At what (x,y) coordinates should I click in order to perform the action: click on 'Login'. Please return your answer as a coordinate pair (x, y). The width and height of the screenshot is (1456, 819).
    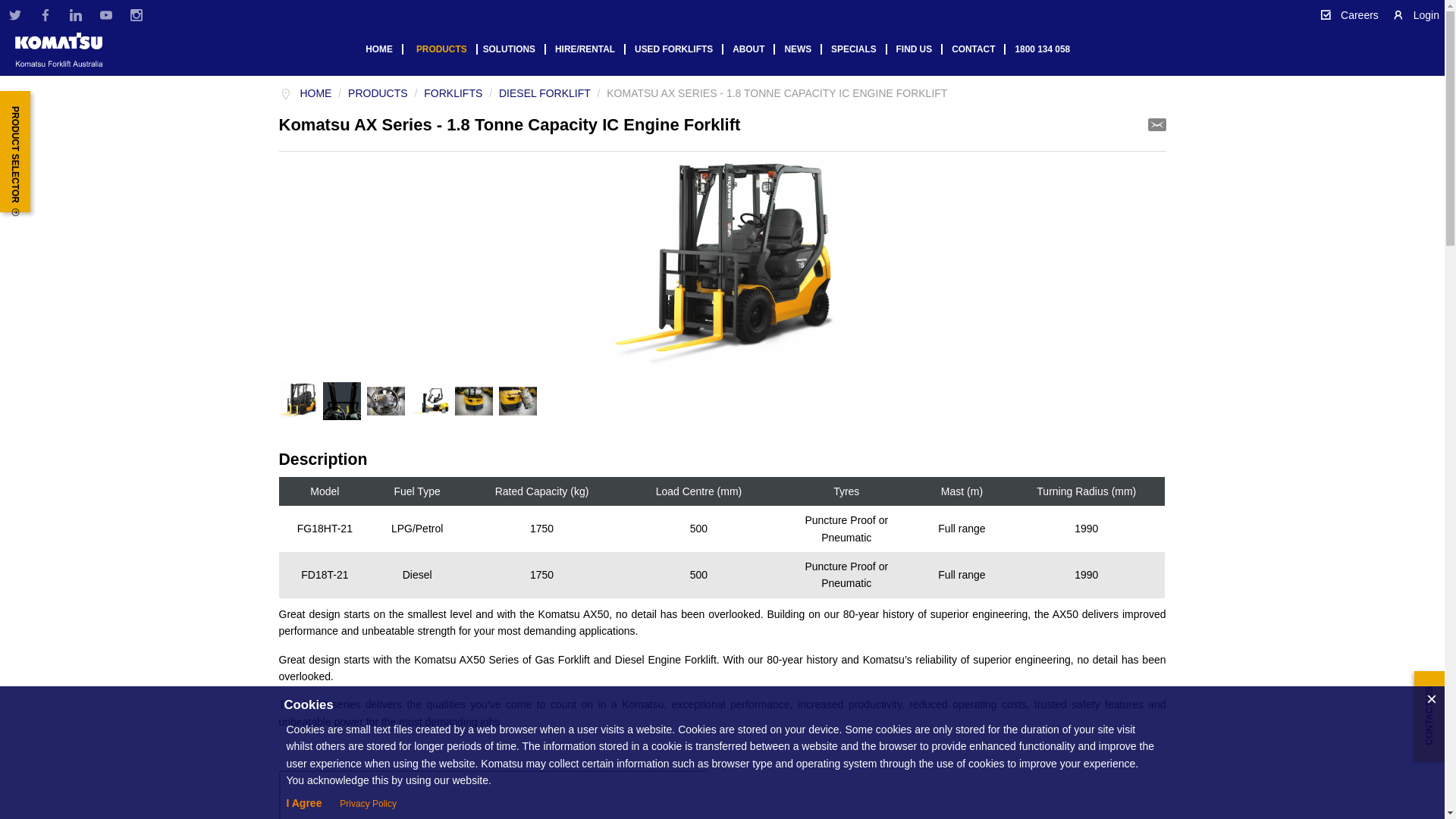
    Looking at the image, I should click on (1415, 14).